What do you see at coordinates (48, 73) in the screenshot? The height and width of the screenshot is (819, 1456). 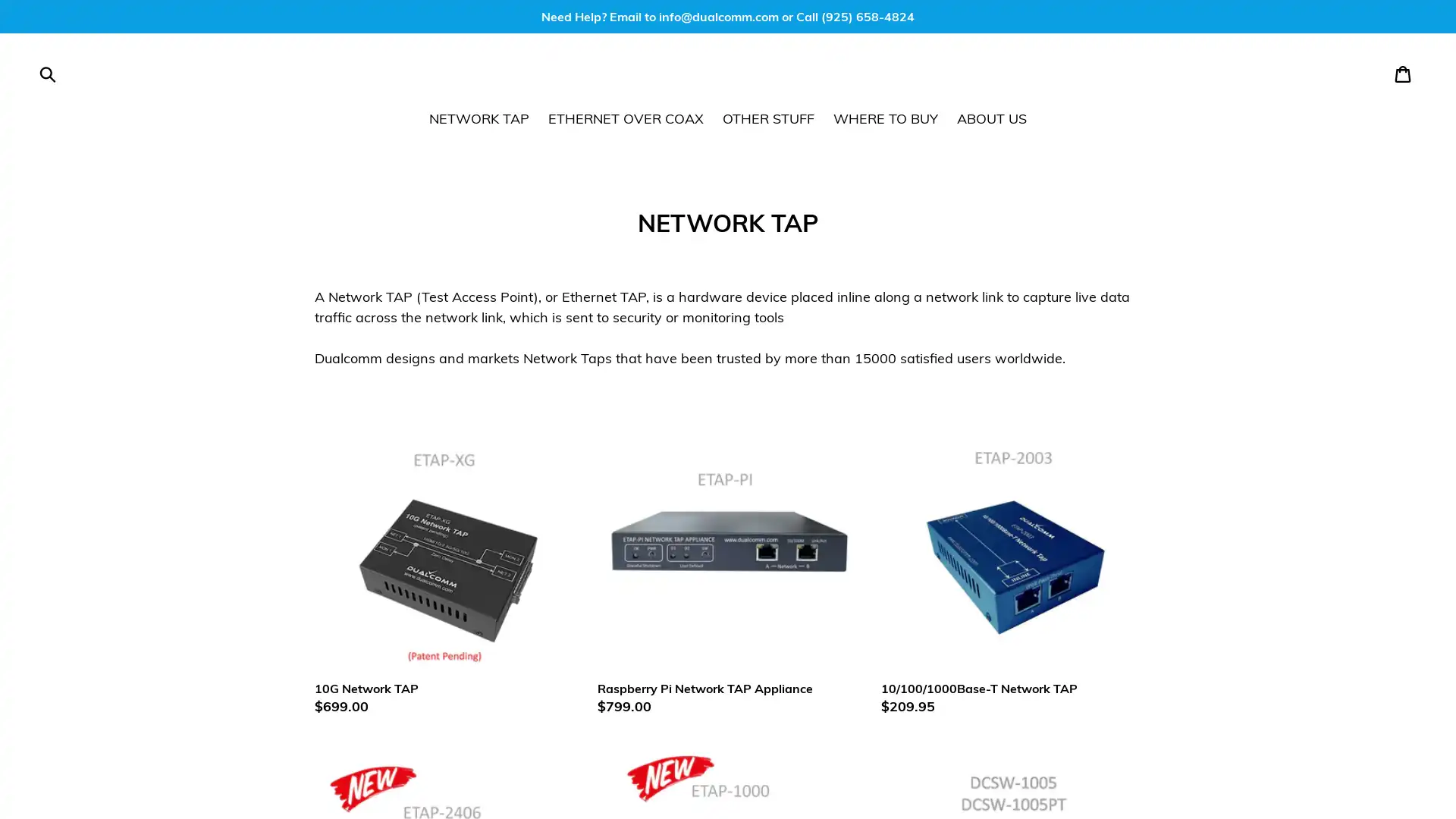 I see `Submit` at bounding box center [48, 73].